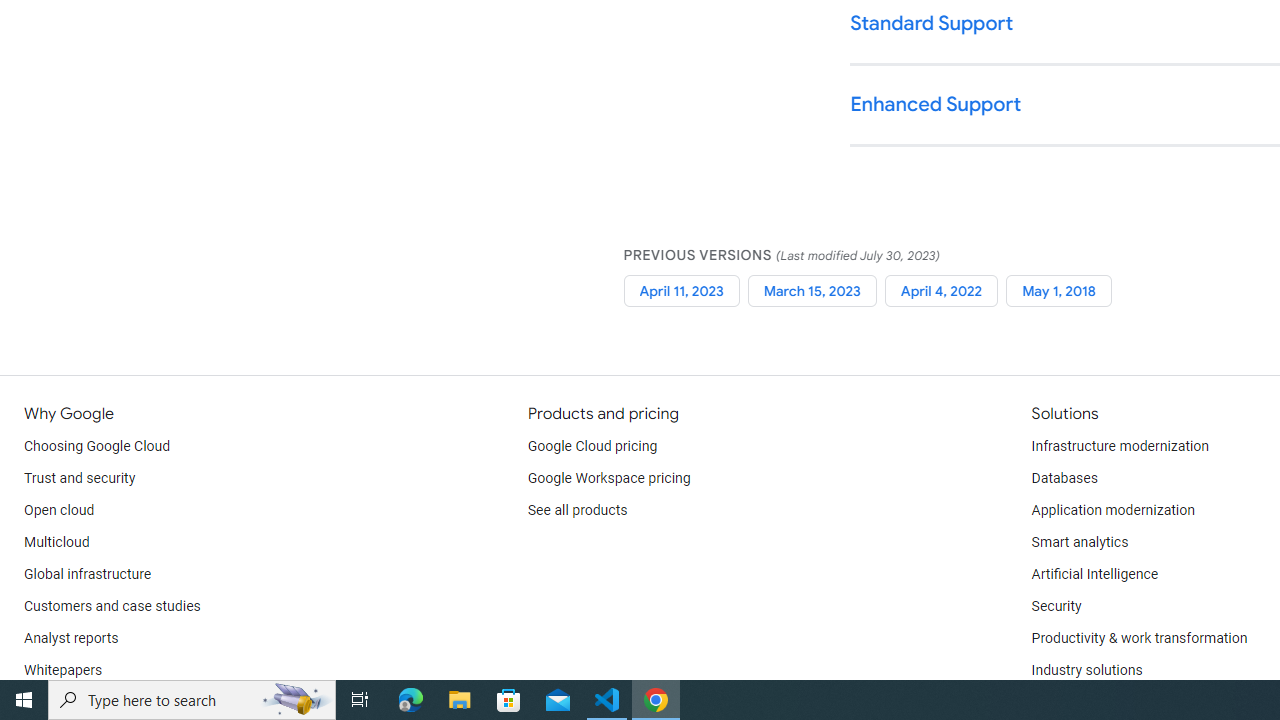 The width and height of the screenshot is (1280, 720). I want to click on 'Google Workspace pricing', so click(608, 479).